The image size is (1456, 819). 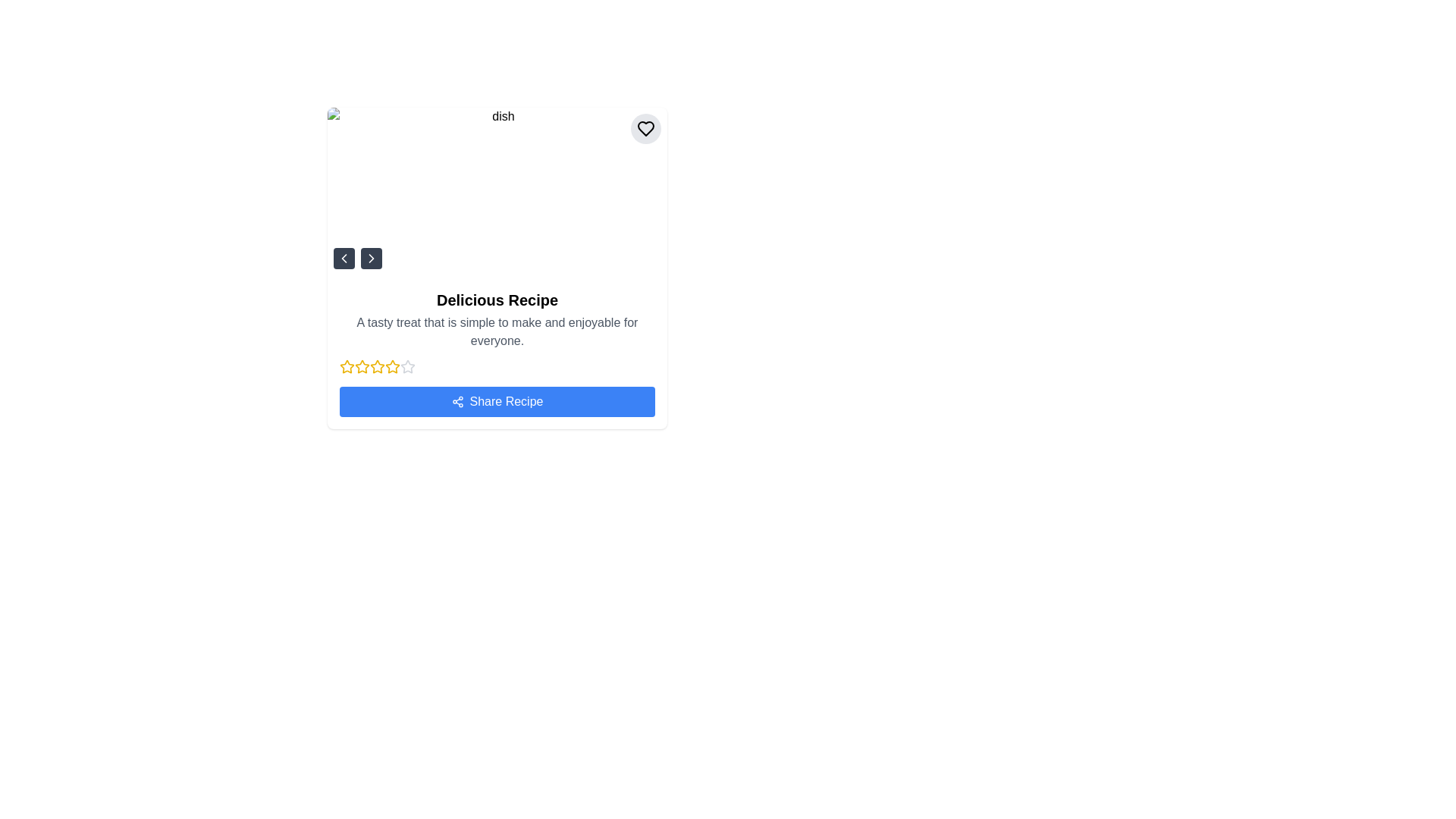 What do you see at coordinates (378, 366) in the screenshot?
I see `the fourth star in the rating mechanism to rate it on the recipe card` at bounding box center [378, 366].